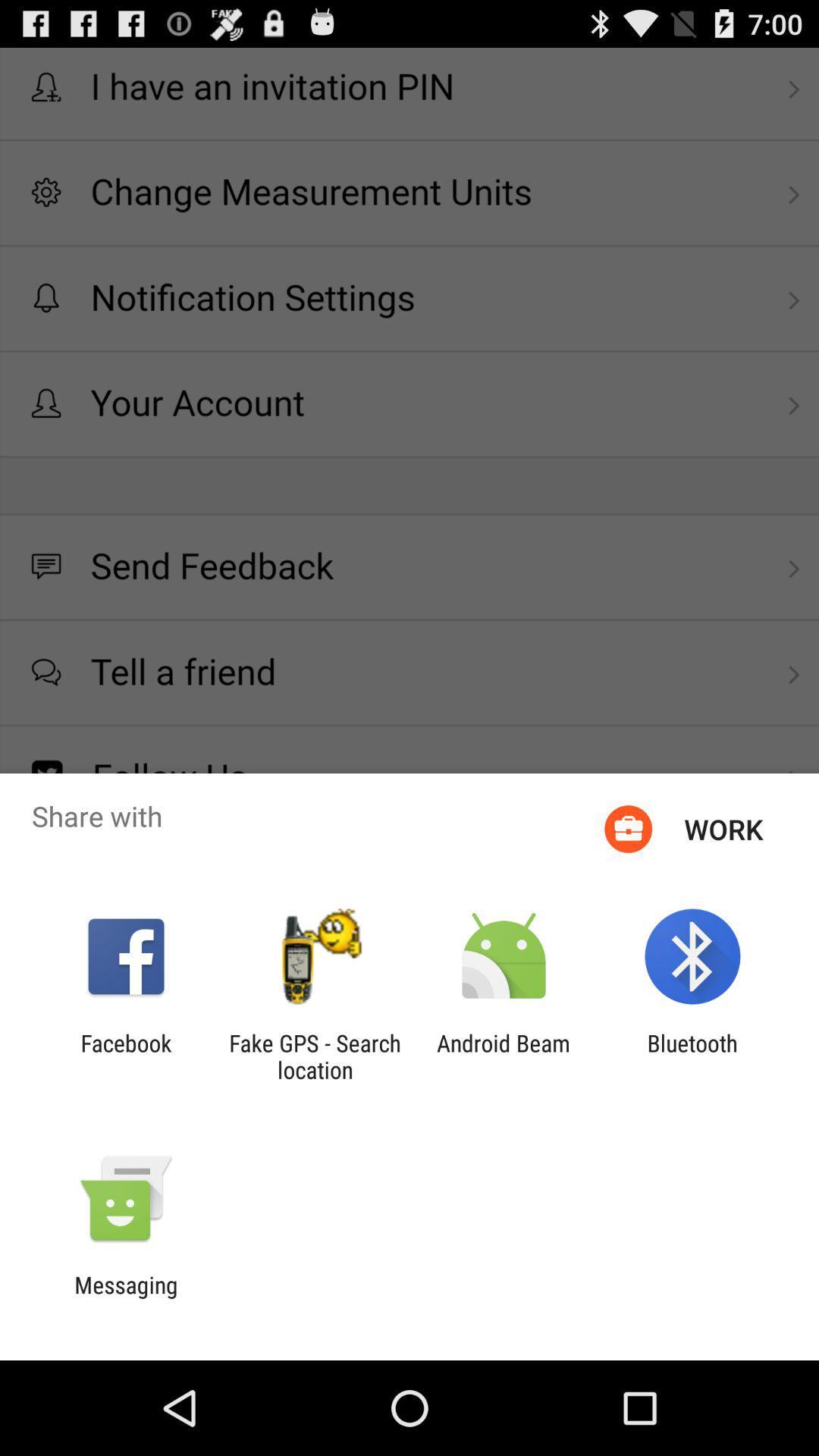 The image size is (819, 1456). Describe the element at coordinates (314, 1056) in the screenshot. I see `the fake gps search` at that location.